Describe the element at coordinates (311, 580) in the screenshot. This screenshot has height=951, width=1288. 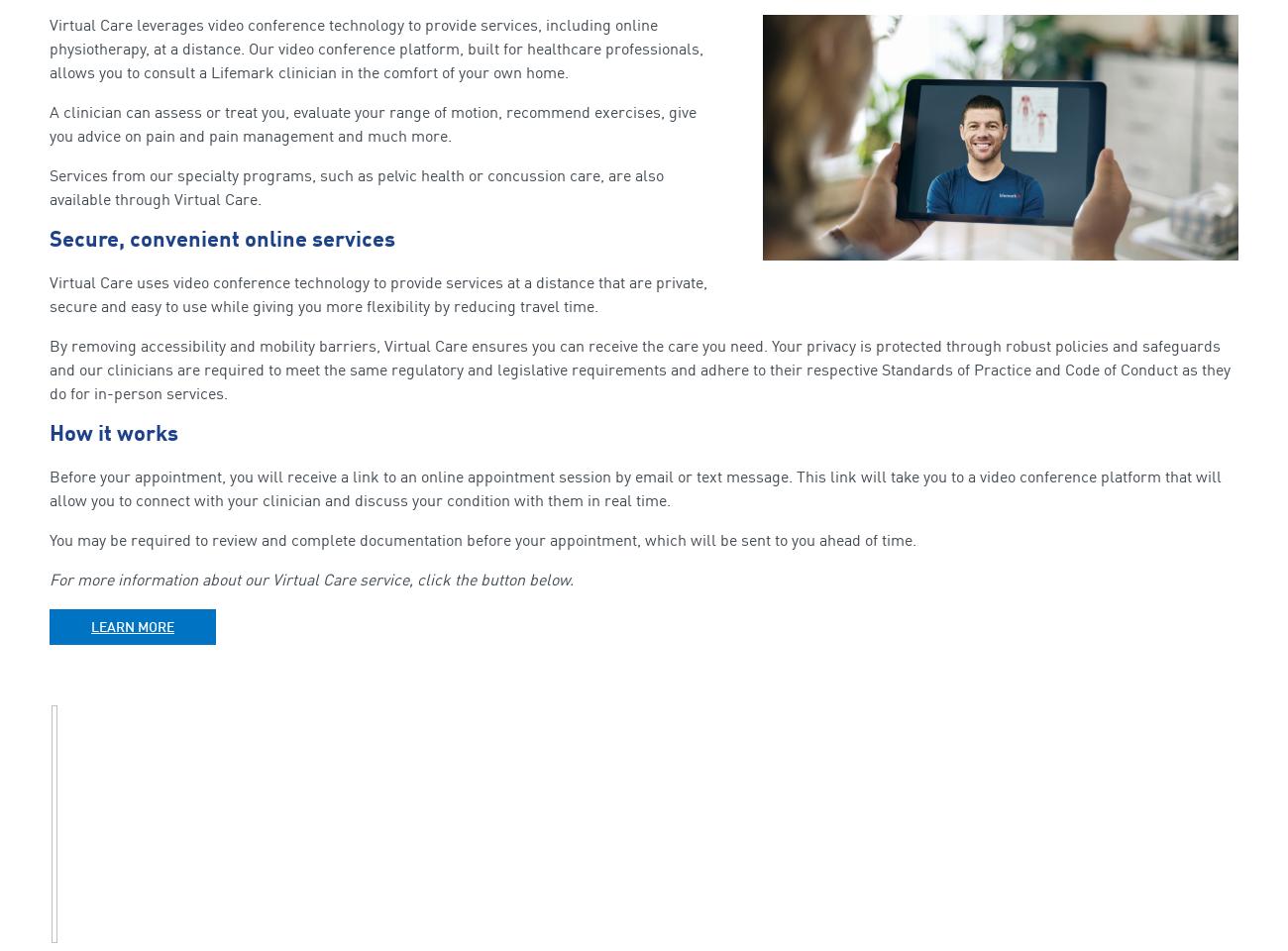
I see `'For more information about our Virtual Care service, click the button below.'` at that location.